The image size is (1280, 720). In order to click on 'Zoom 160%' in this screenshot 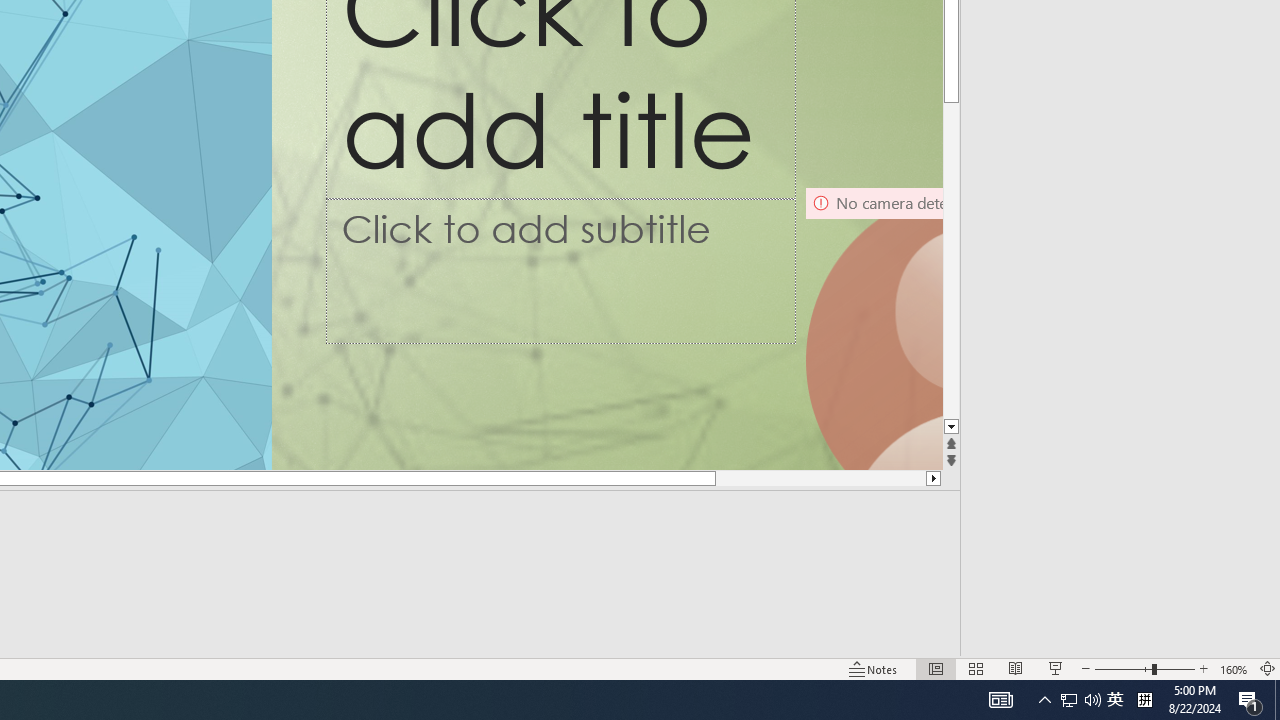, I will do `click(1233, 669)`.